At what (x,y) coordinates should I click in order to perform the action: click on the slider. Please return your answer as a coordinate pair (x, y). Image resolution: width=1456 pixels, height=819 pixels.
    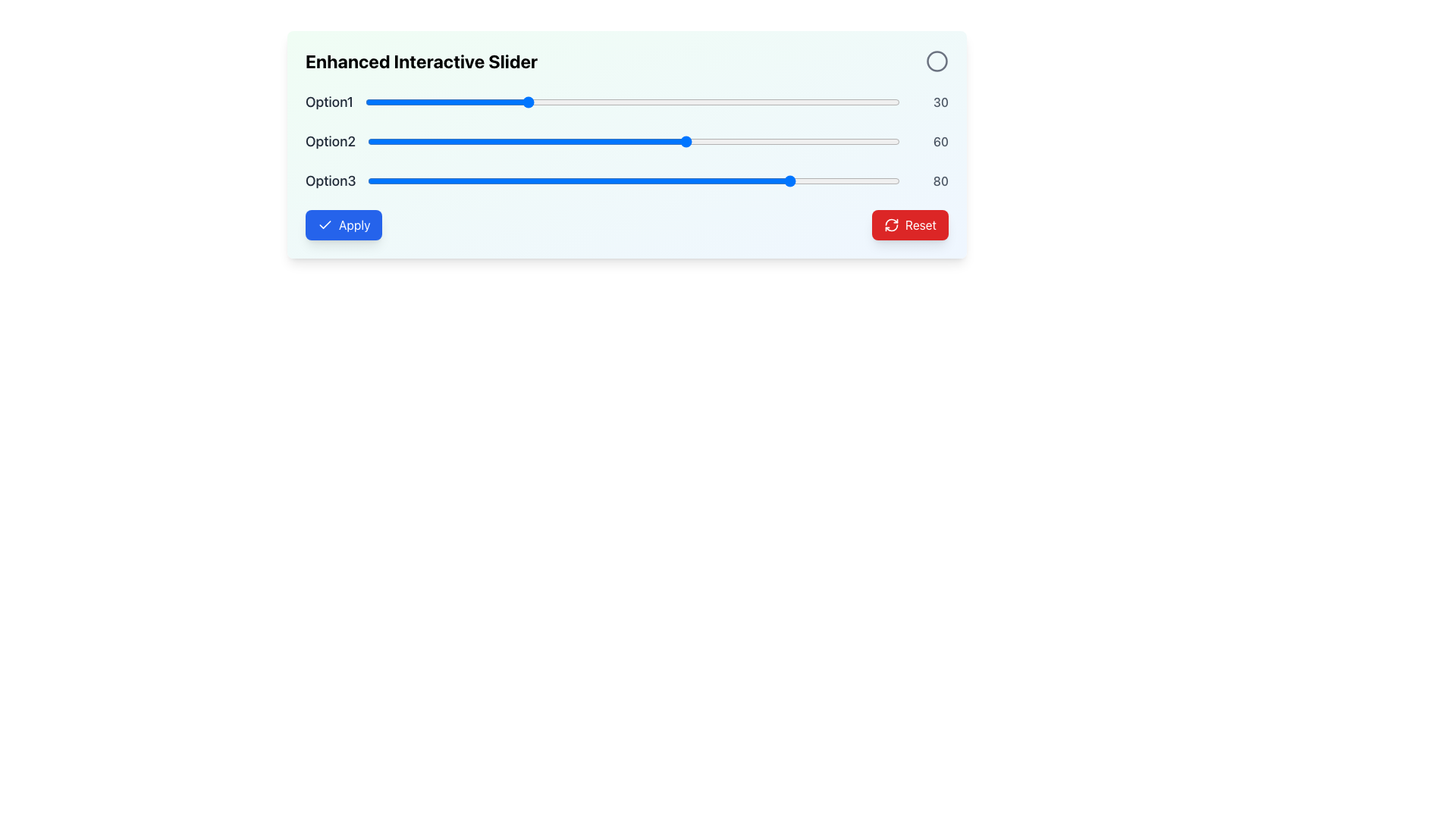
    Looking at the image, I should click on (413, 102).